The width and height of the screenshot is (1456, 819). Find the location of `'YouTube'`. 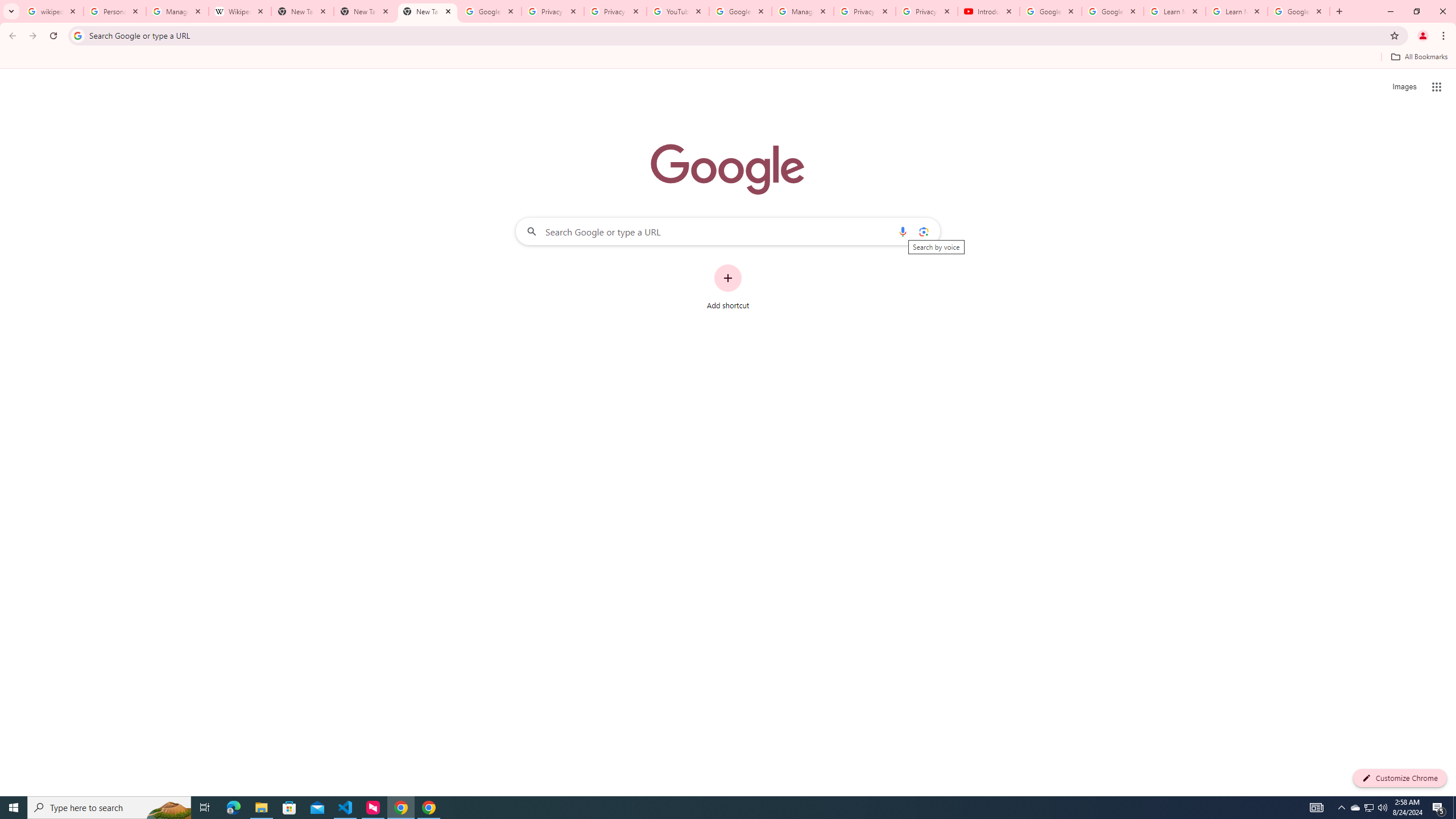

'YouTube' is located at coordinates (677, 11).